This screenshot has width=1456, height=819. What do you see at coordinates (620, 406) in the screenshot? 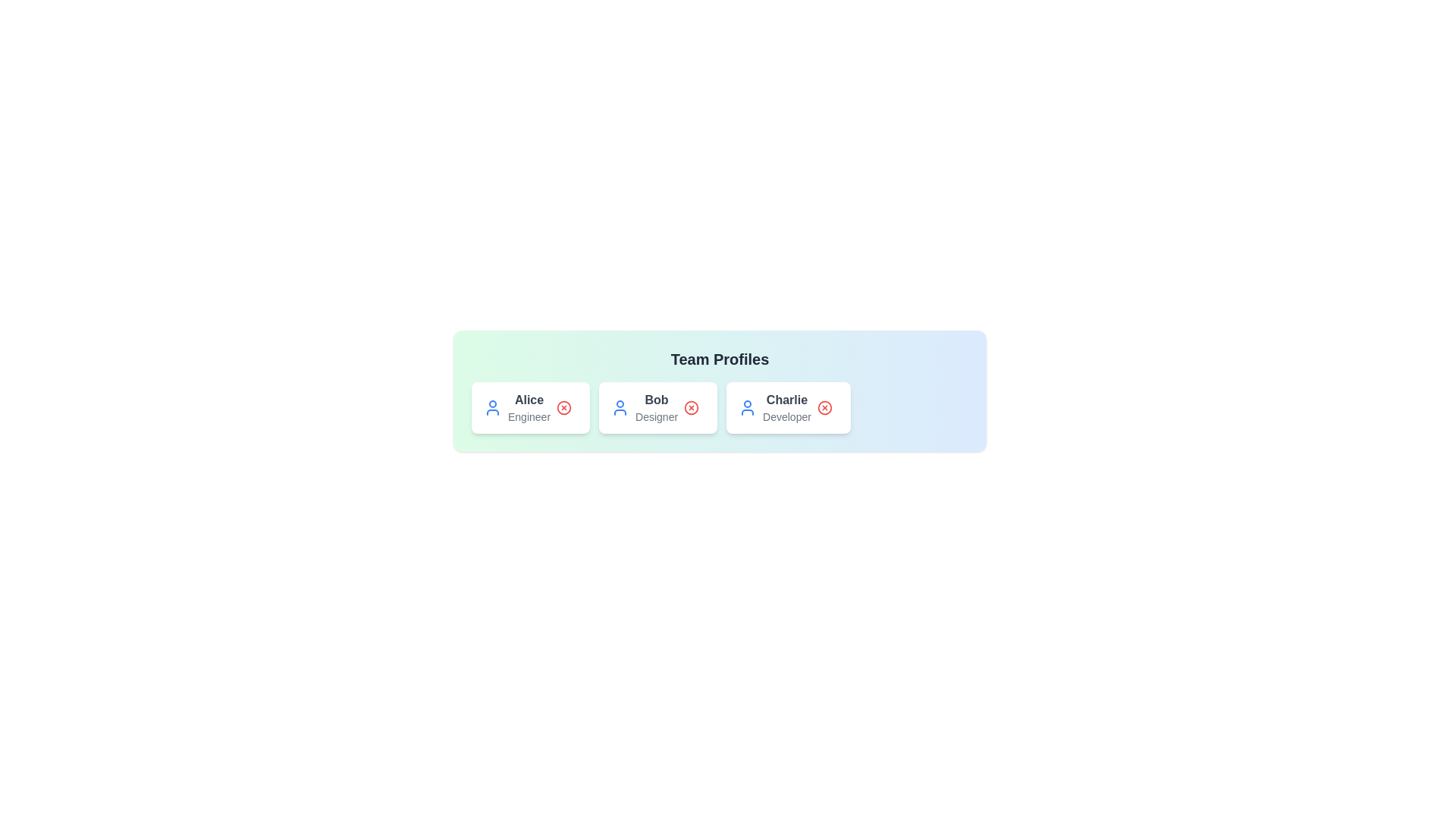
I see `the user icon associated with the profile Bob` at bounding box center [620, 406].